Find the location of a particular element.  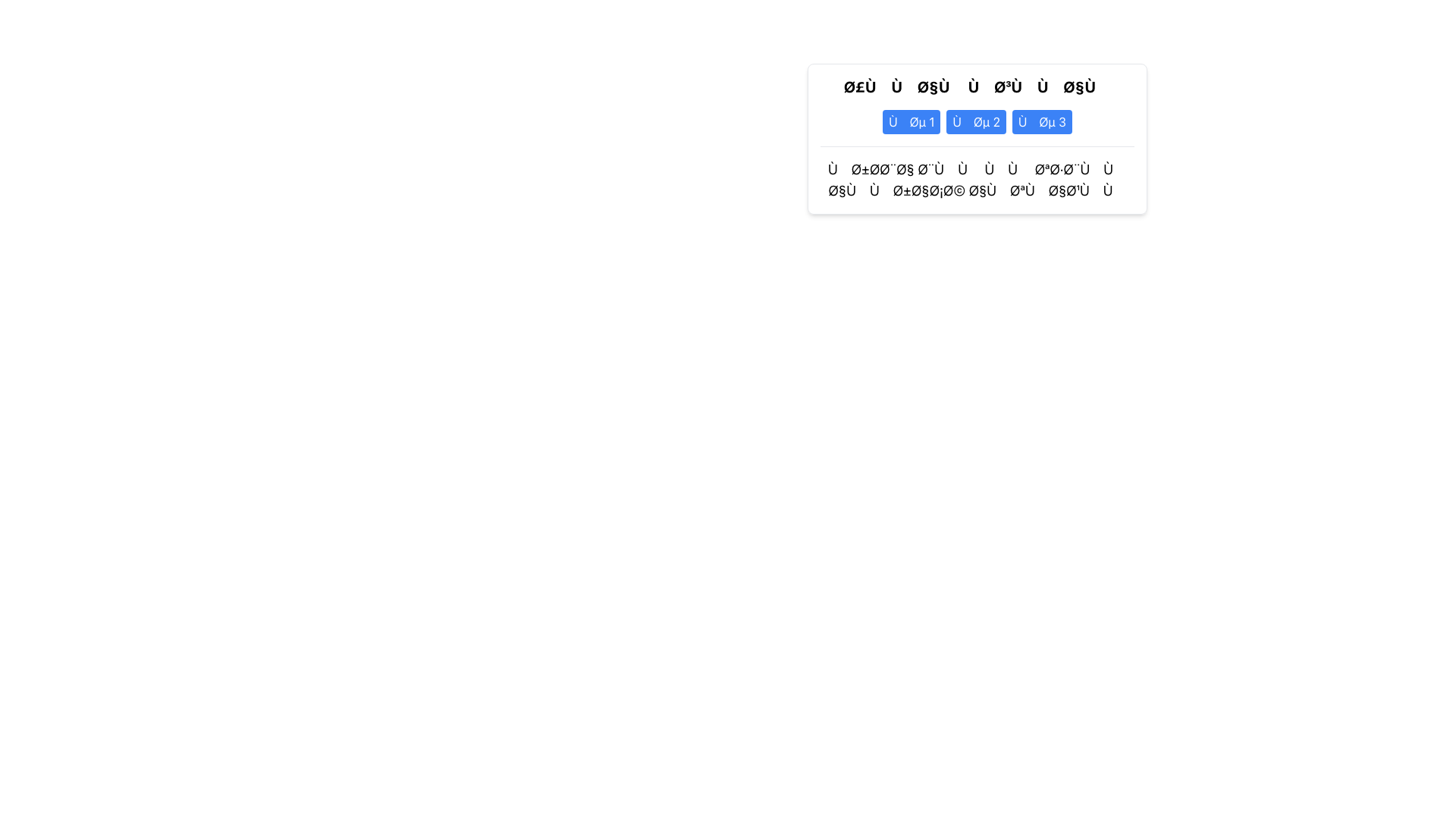

the blue rectangular button labeled 'Ùµ 3' using keyboard navigation is located at coordinates (1041, 121).